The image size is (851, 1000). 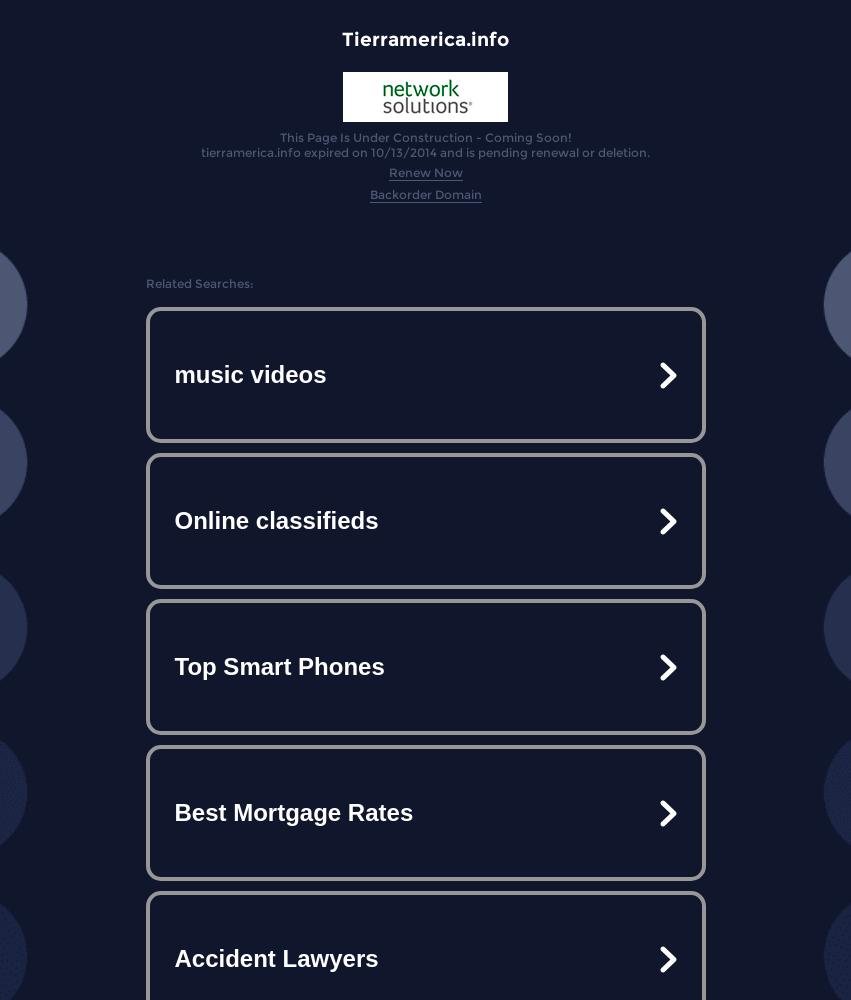 I want to click on 'Backorder Domain', so click(x=368, y=193).